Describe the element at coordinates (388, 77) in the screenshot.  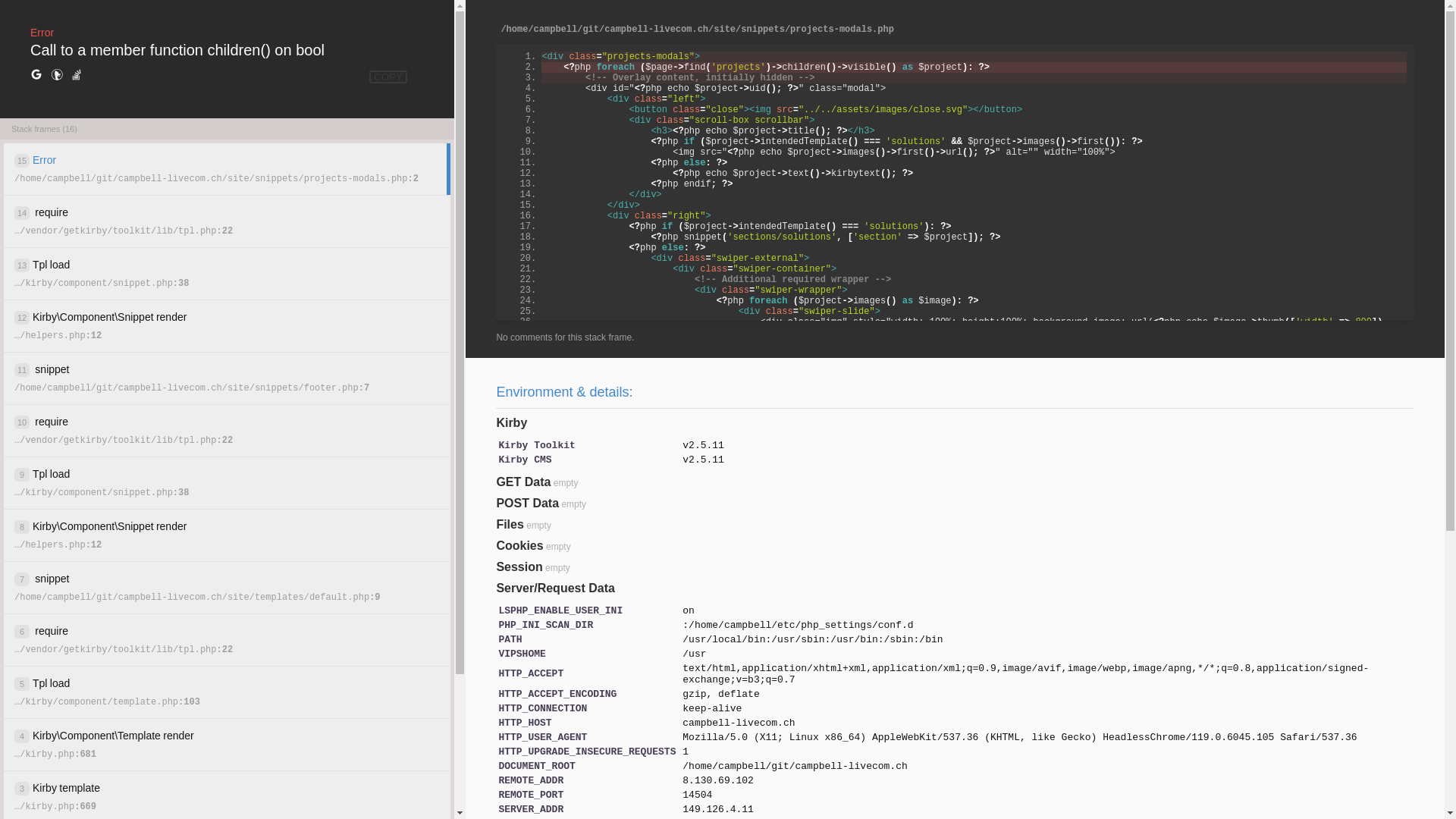
I see `'COPY'` at that location.